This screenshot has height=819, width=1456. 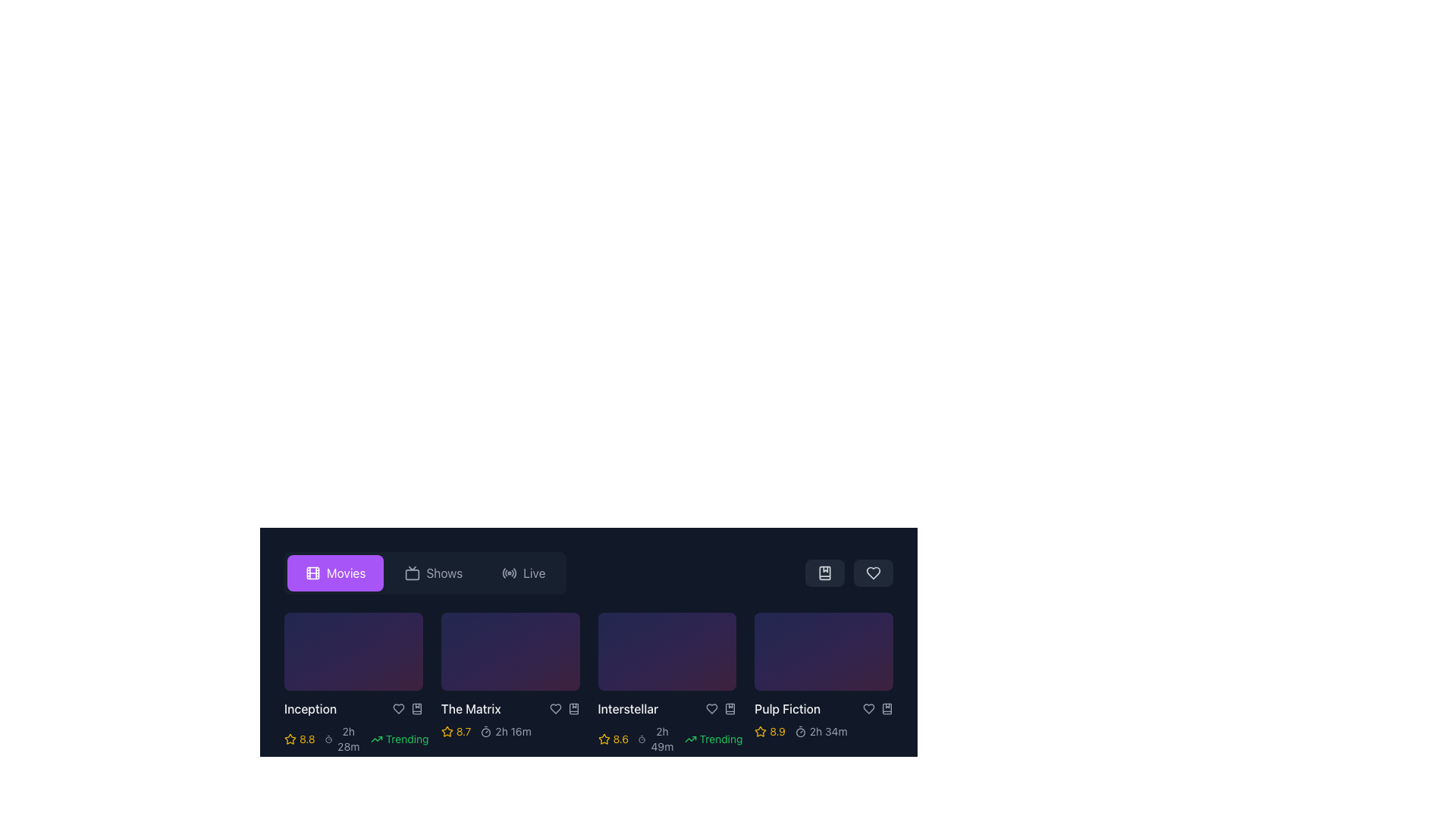 What do you see at coordinates (874, 573) in the screenshot?
I see `the favorite icon button located` at bounding box center [874, 573].